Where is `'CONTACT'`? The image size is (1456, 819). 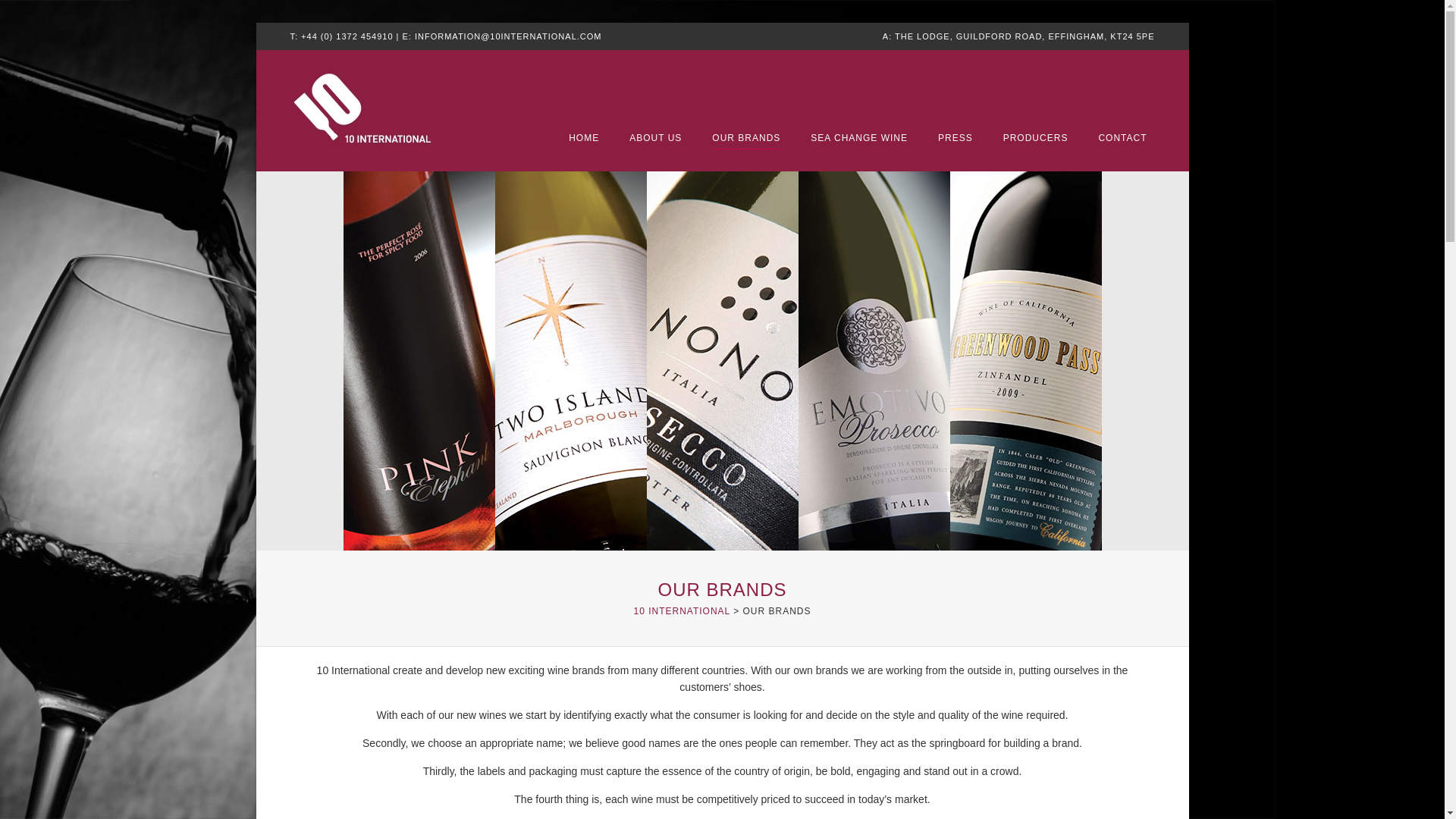
'CONTACT' is located at coordinates (1122, 138).